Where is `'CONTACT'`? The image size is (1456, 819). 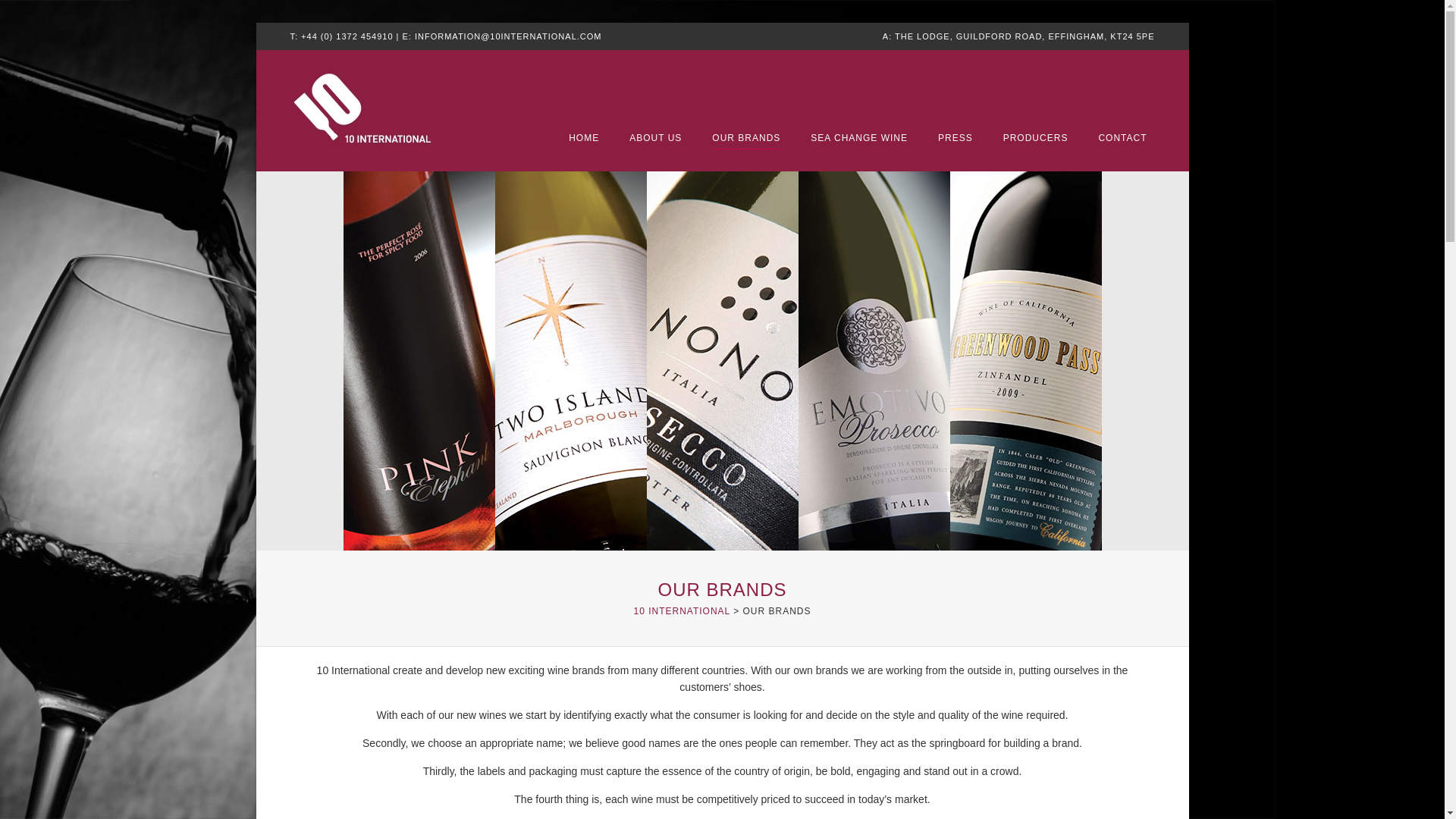
'CONTACT' is located at coordinates (1122, 138).